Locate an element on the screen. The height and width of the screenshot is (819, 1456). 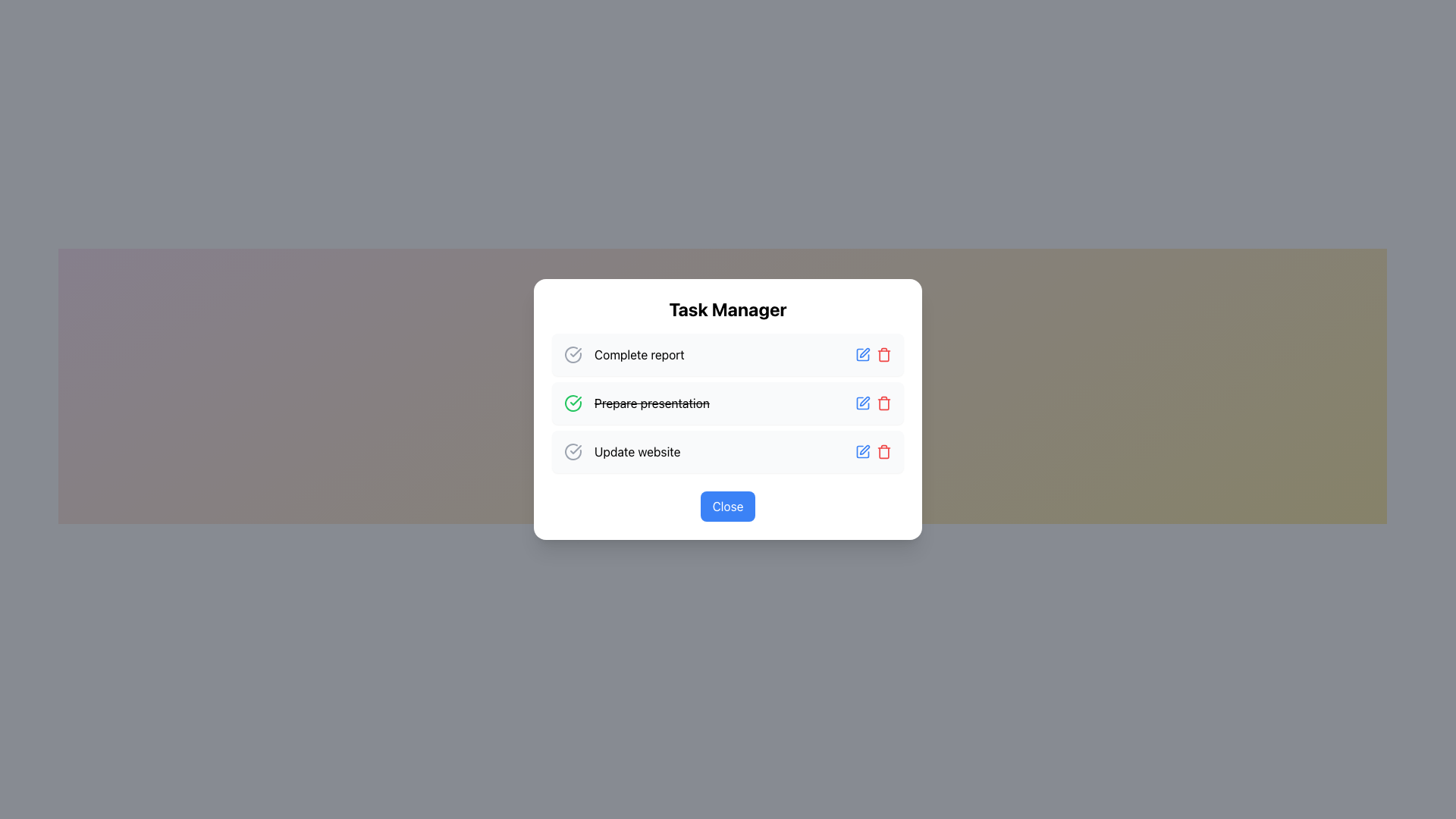
the close button located at the bottom center of the dialog box is located at coordinates (728, 506).